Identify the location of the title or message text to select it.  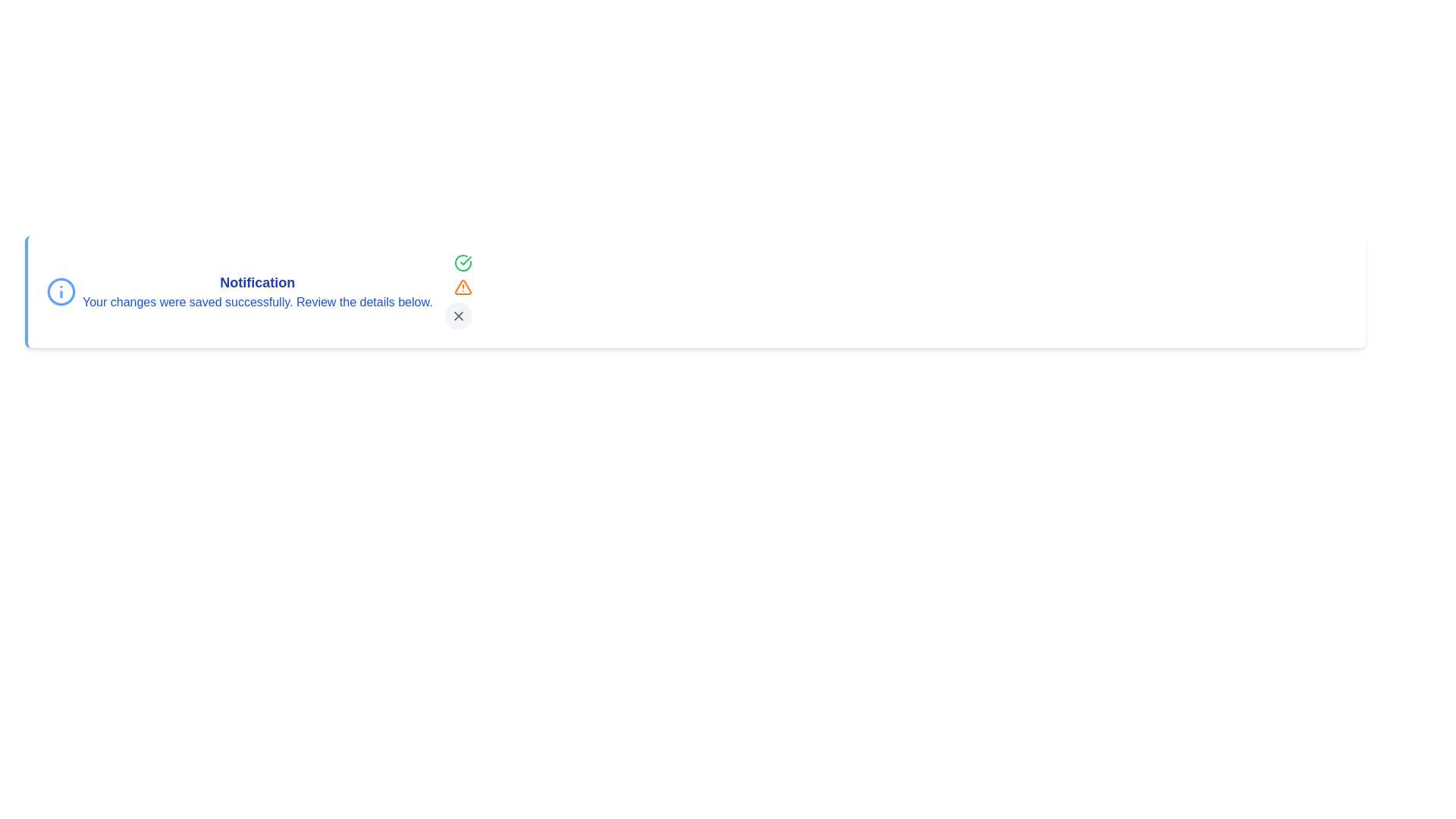
(257, 283).